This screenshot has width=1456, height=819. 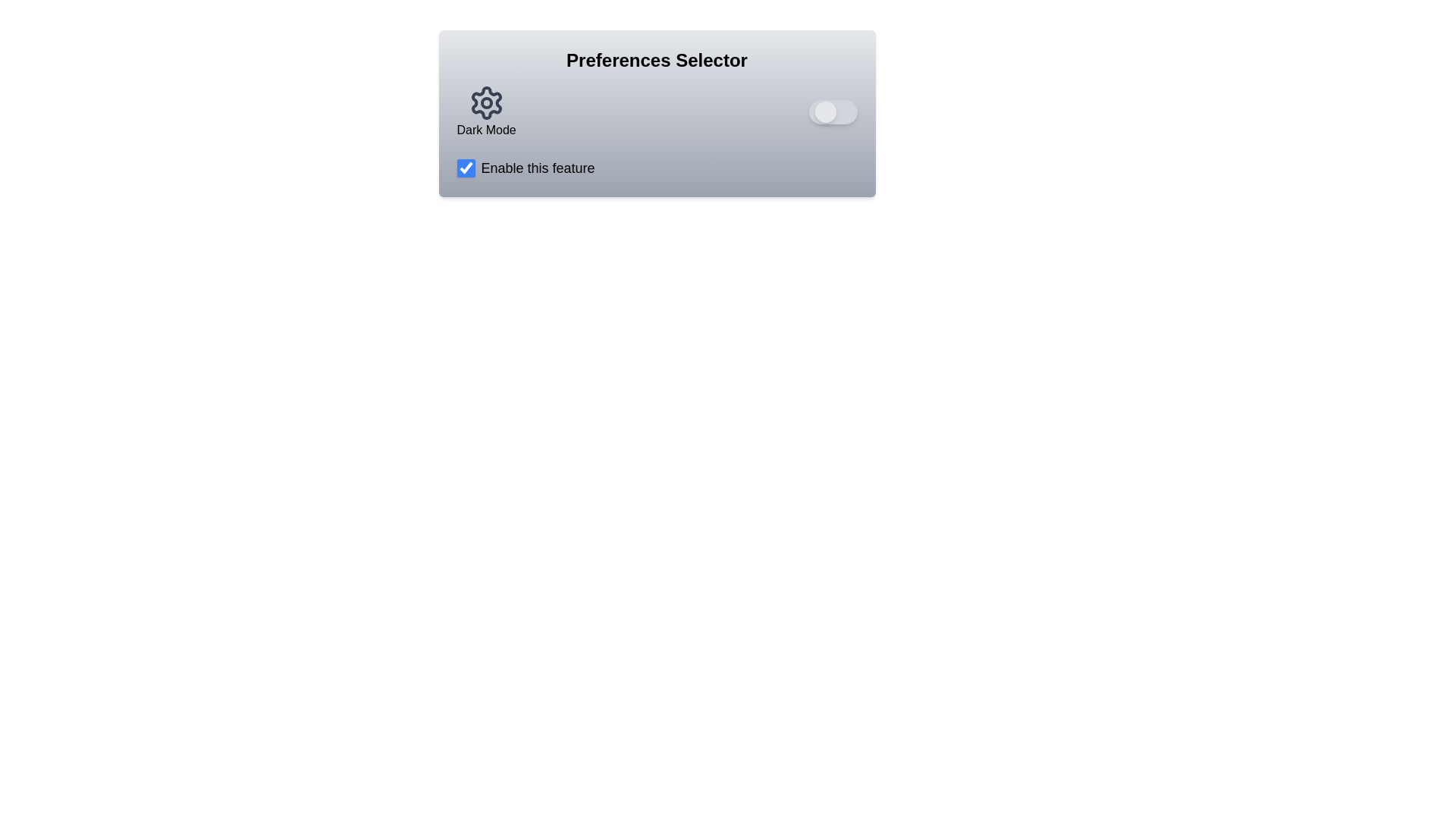 What do you see at coordinates (832, 111) in the screenshot?
I see `the Dark Mode switch to toggle its state` at bounding box center [832, 111].